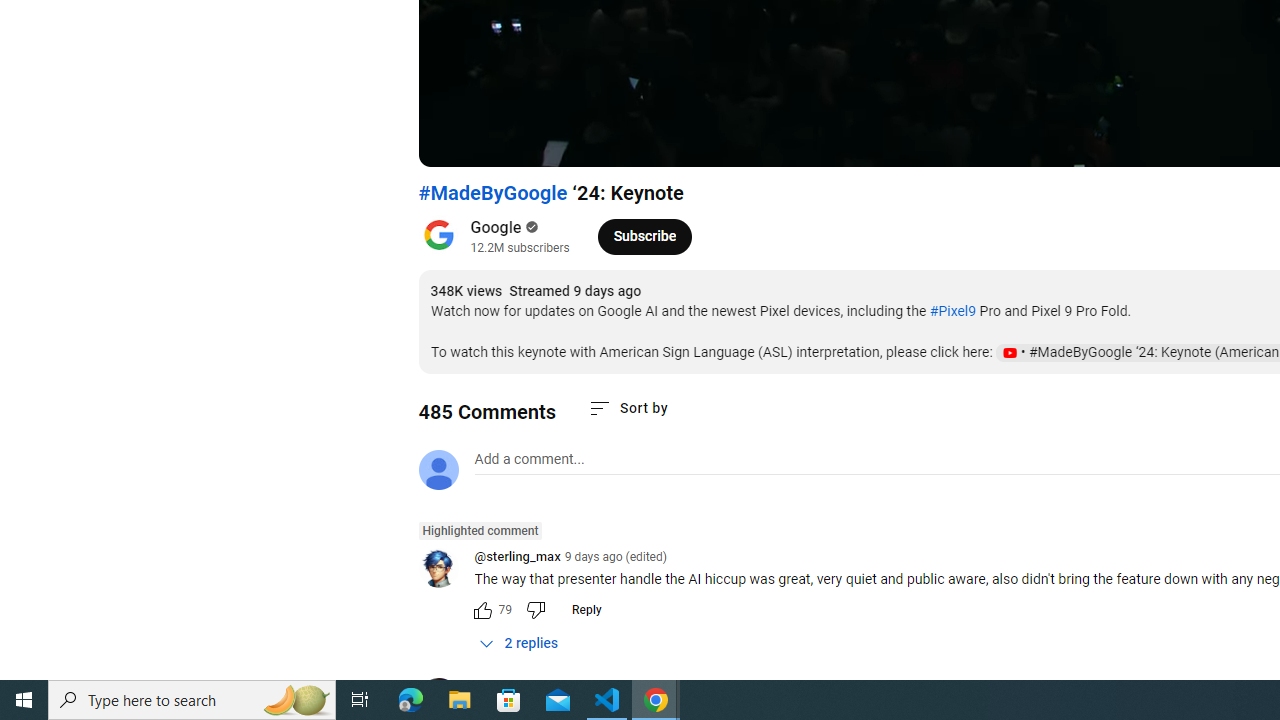 This screenshot has width=1280, height=720. Describe the element at coordinates (951, 311) in the screenshot. I see `'#Pixel9'` at that location.